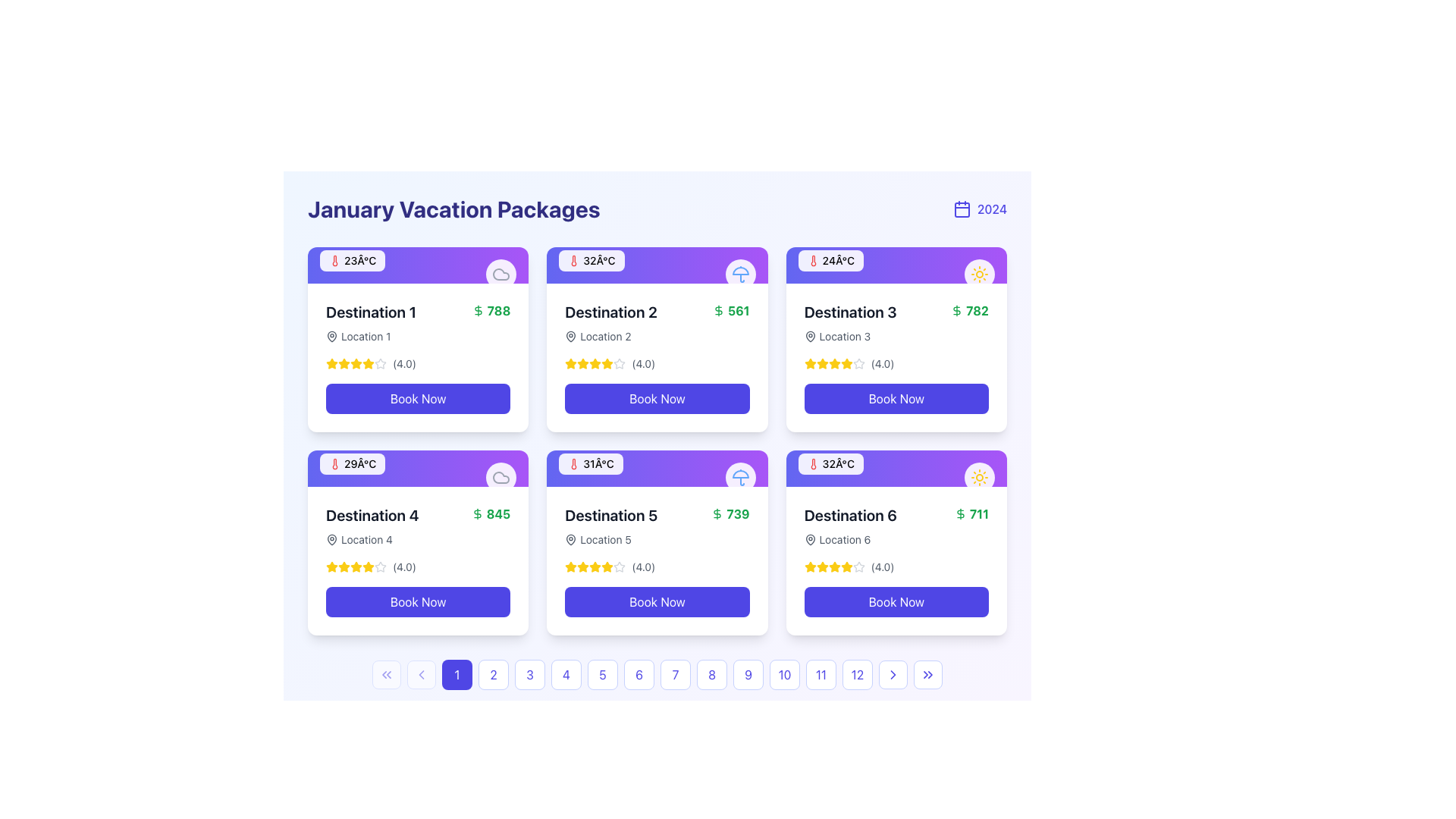 The width and height of the screenshot is (1456, 819). What do you see at coordinates (858, 363) in the screenshot?
I see `across the rating stars` at bounding box center [858, 363].